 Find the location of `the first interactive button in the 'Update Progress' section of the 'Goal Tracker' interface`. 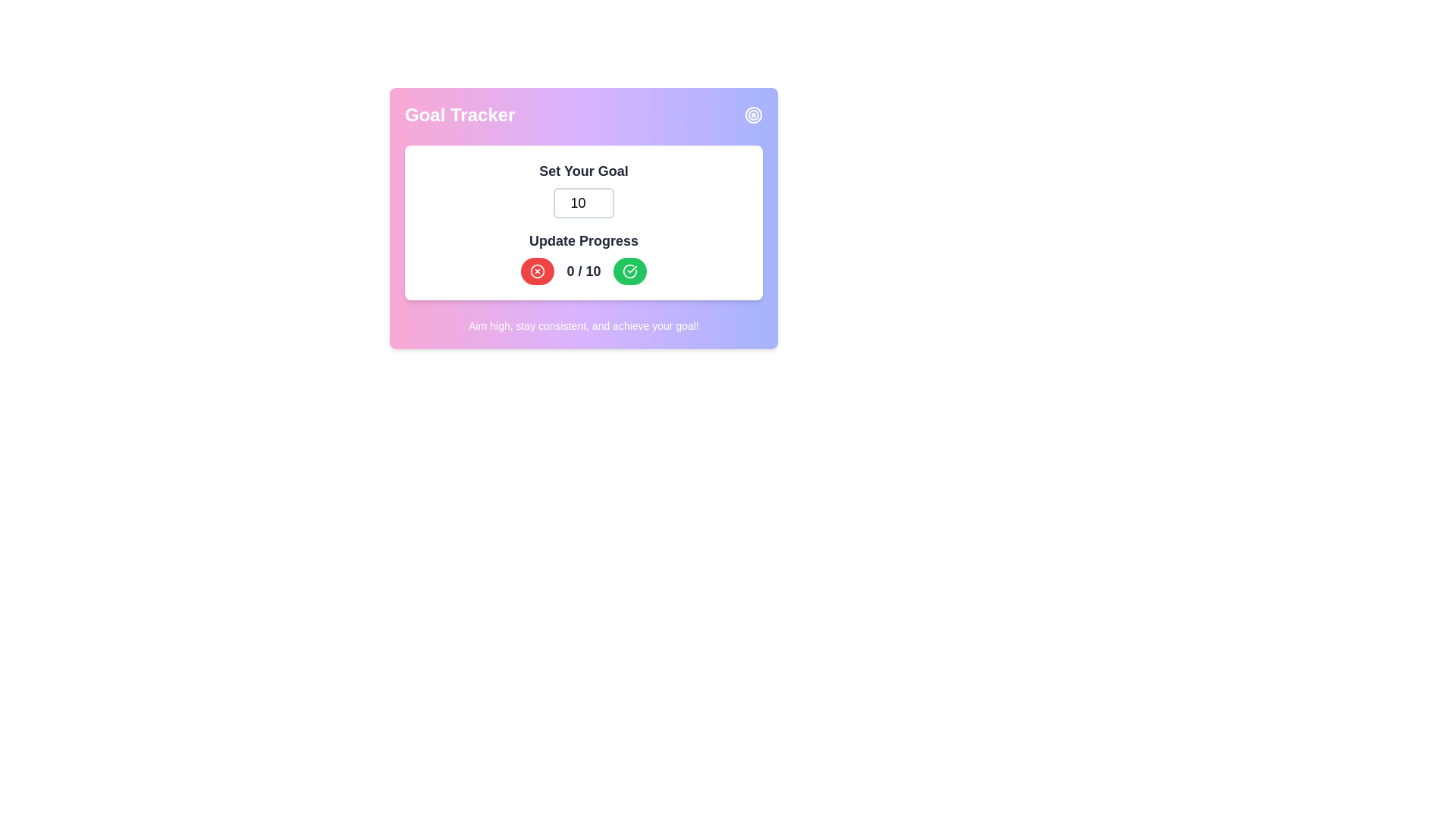

the first interactive button in the 'Update Progress' section of the 'Goal Tracker' interface is located at coordinates (538, 271).